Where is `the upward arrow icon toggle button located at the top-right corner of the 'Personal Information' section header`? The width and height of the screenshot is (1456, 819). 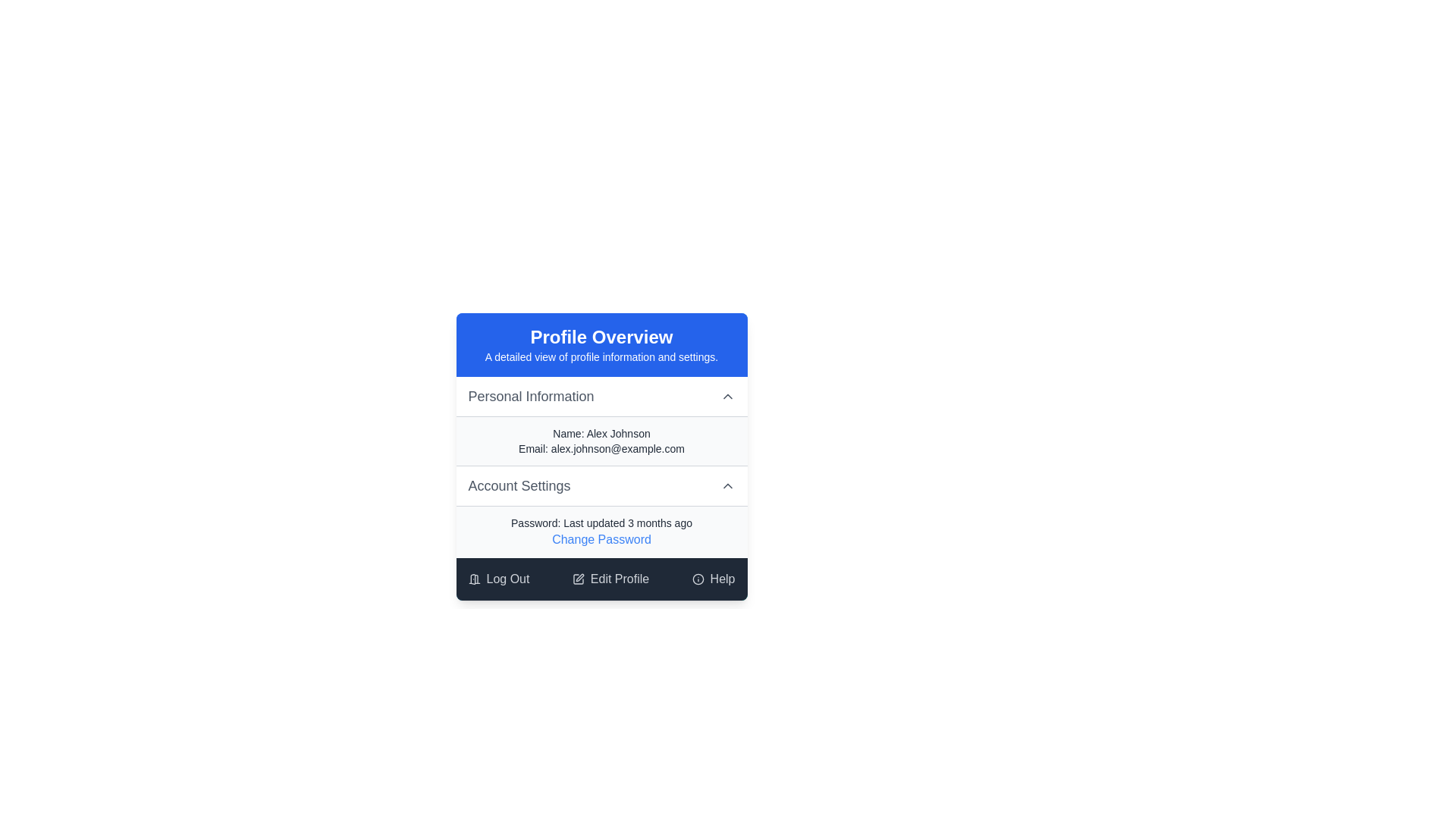 the upward arrow icon toggle button located at the top-right corner of the 'Personal Information' section header is located at coordinates (726, 396).